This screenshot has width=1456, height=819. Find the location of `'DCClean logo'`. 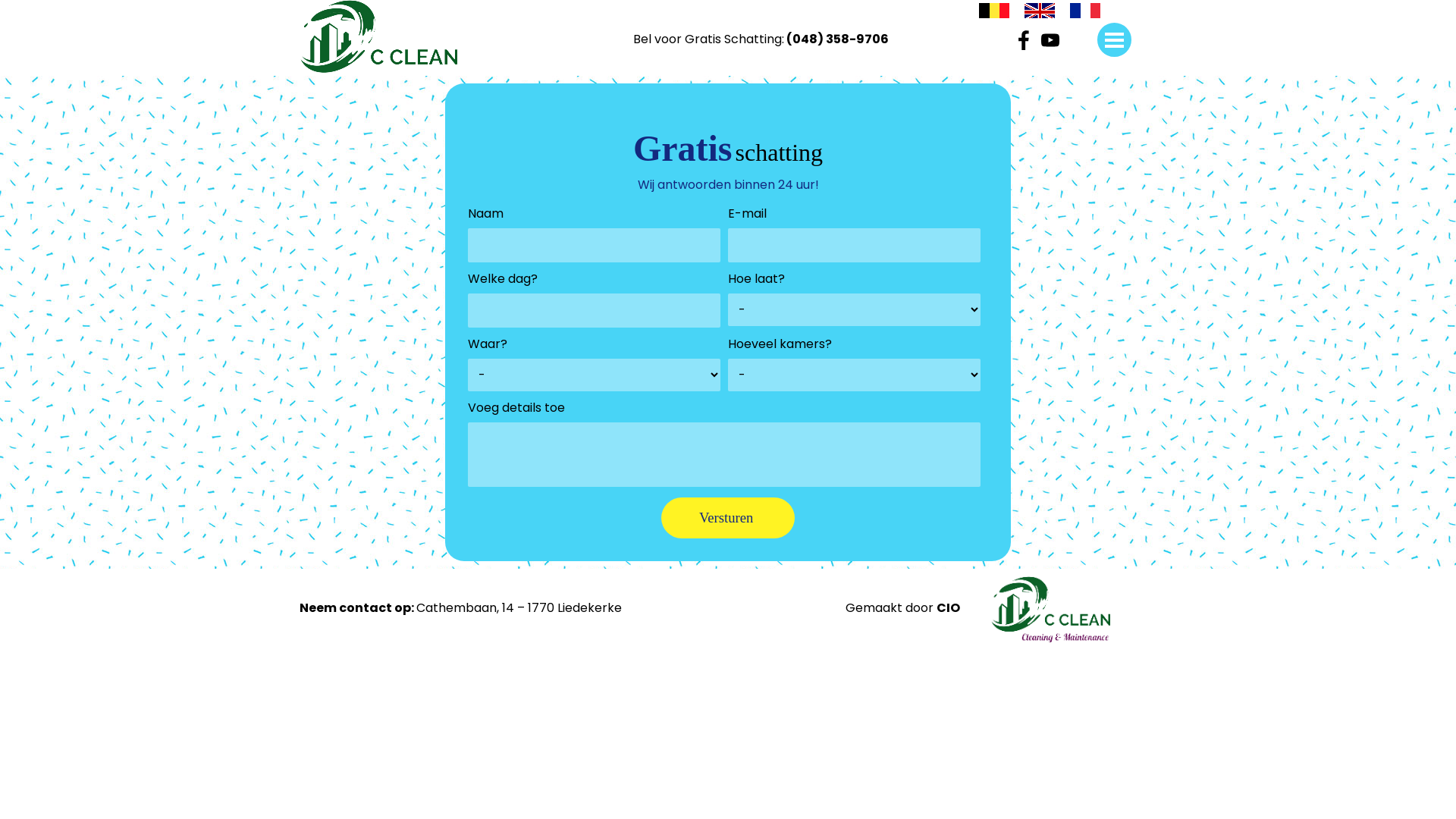

'DCClean logo' is located at coordinates (378, 35).